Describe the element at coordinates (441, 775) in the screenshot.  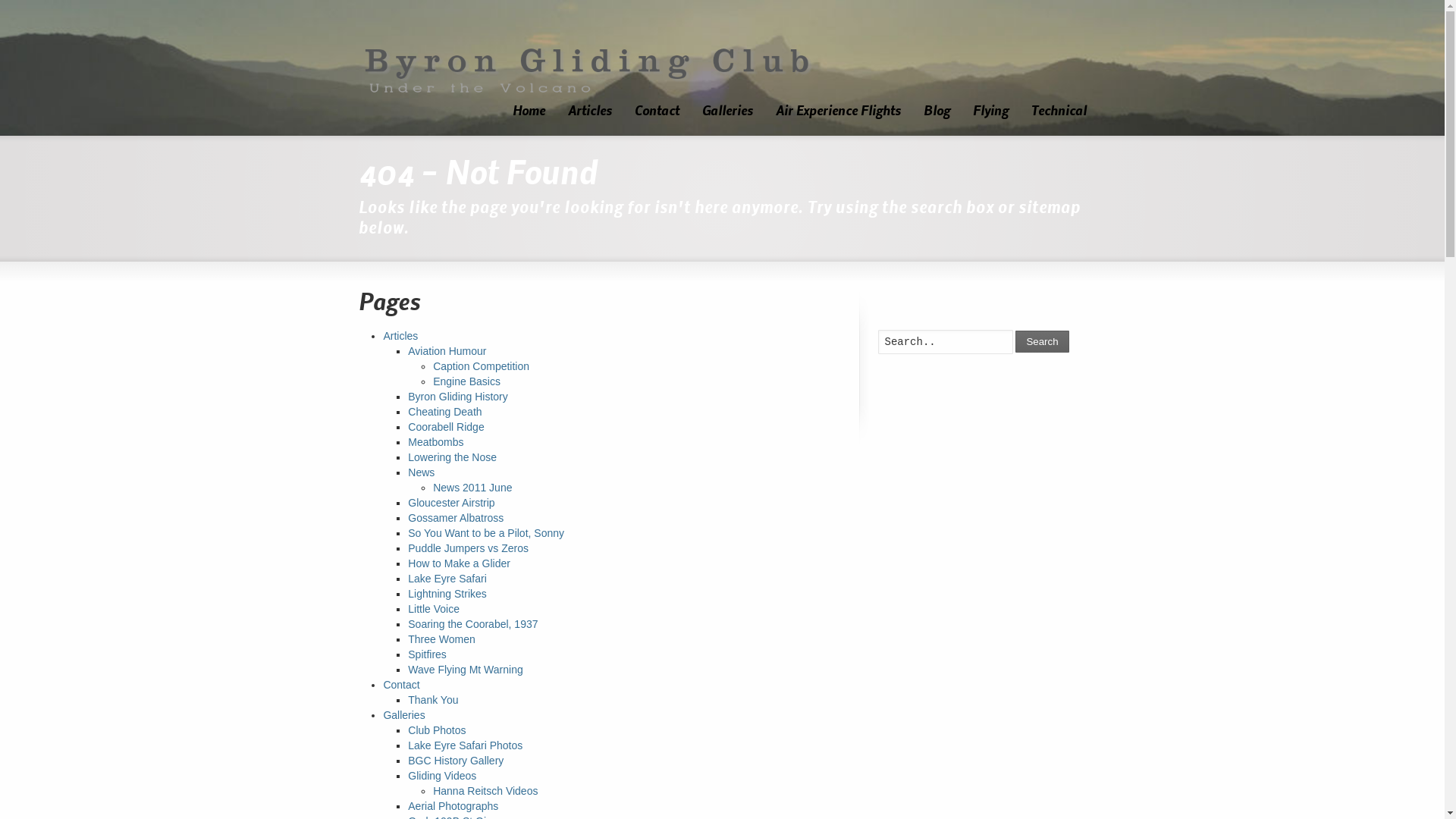
I see `'Gliding Videos'` at that location.